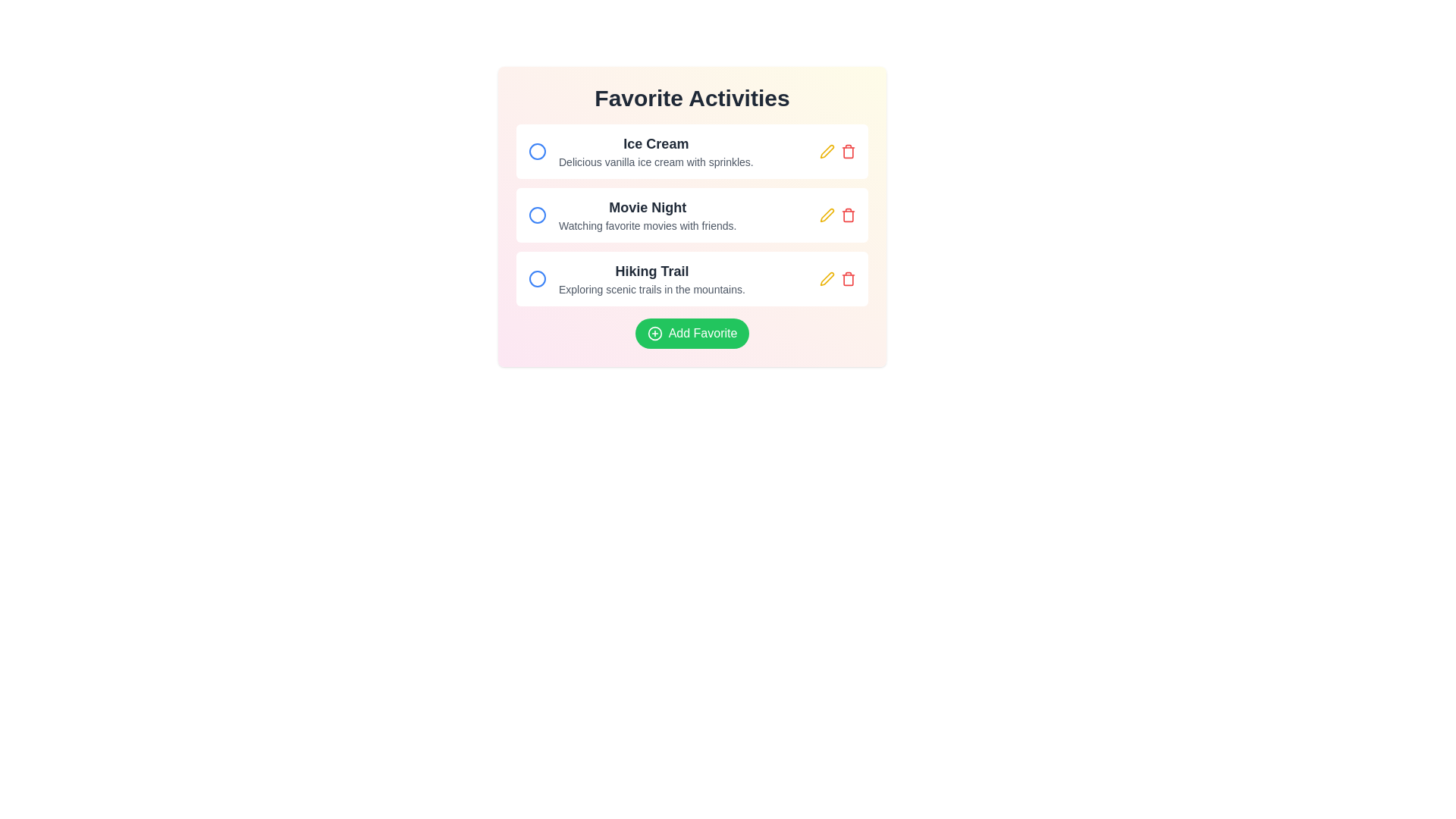  I want to click on descriptive text of the list item titled 'Hiking Trail', which includes the heading and subtext, located centrally in the list of favorite activities, so click(637, 278).